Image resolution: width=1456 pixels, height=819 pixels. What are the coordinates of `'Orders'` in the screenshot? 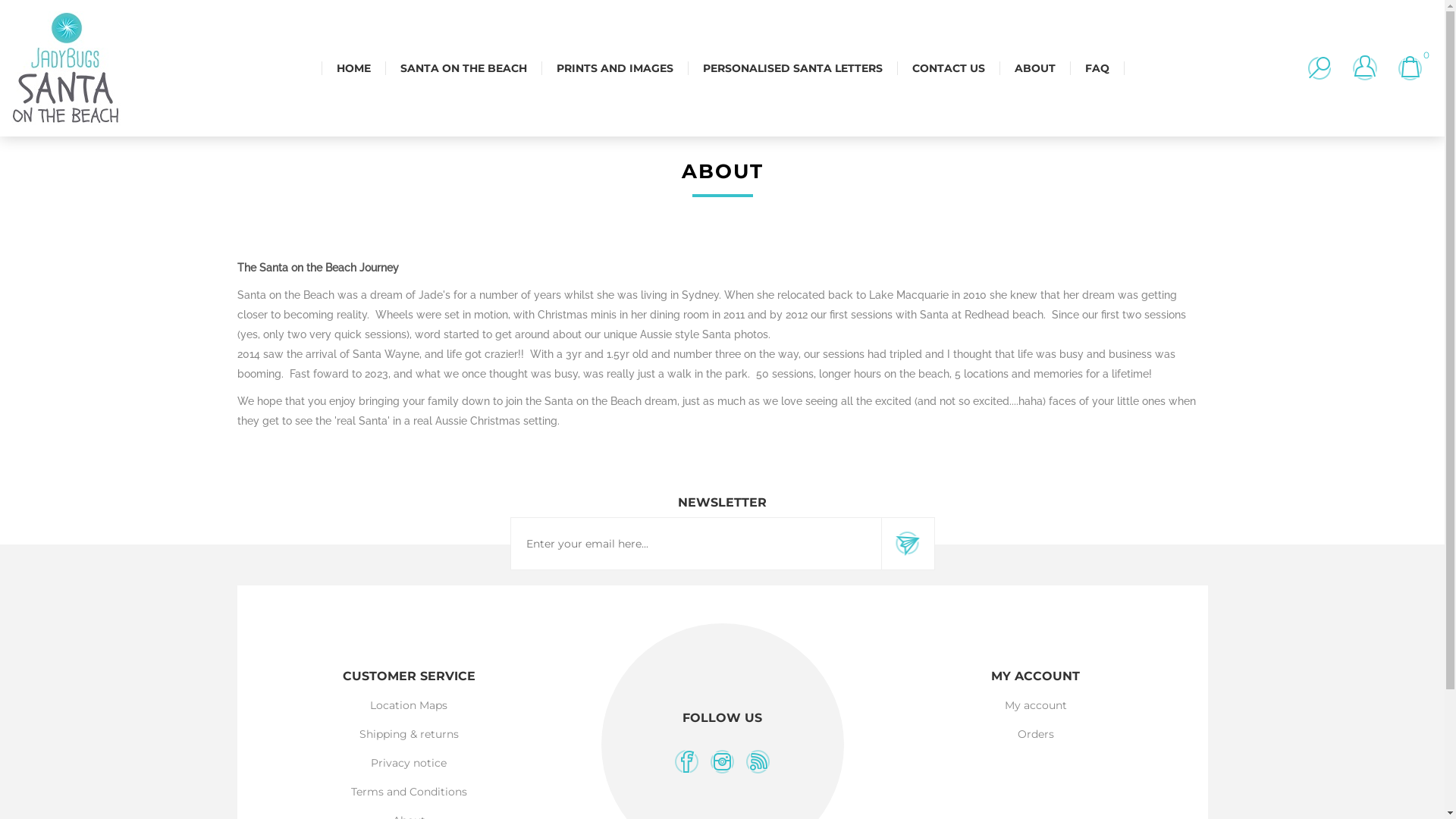 It's located at (1035, 733).